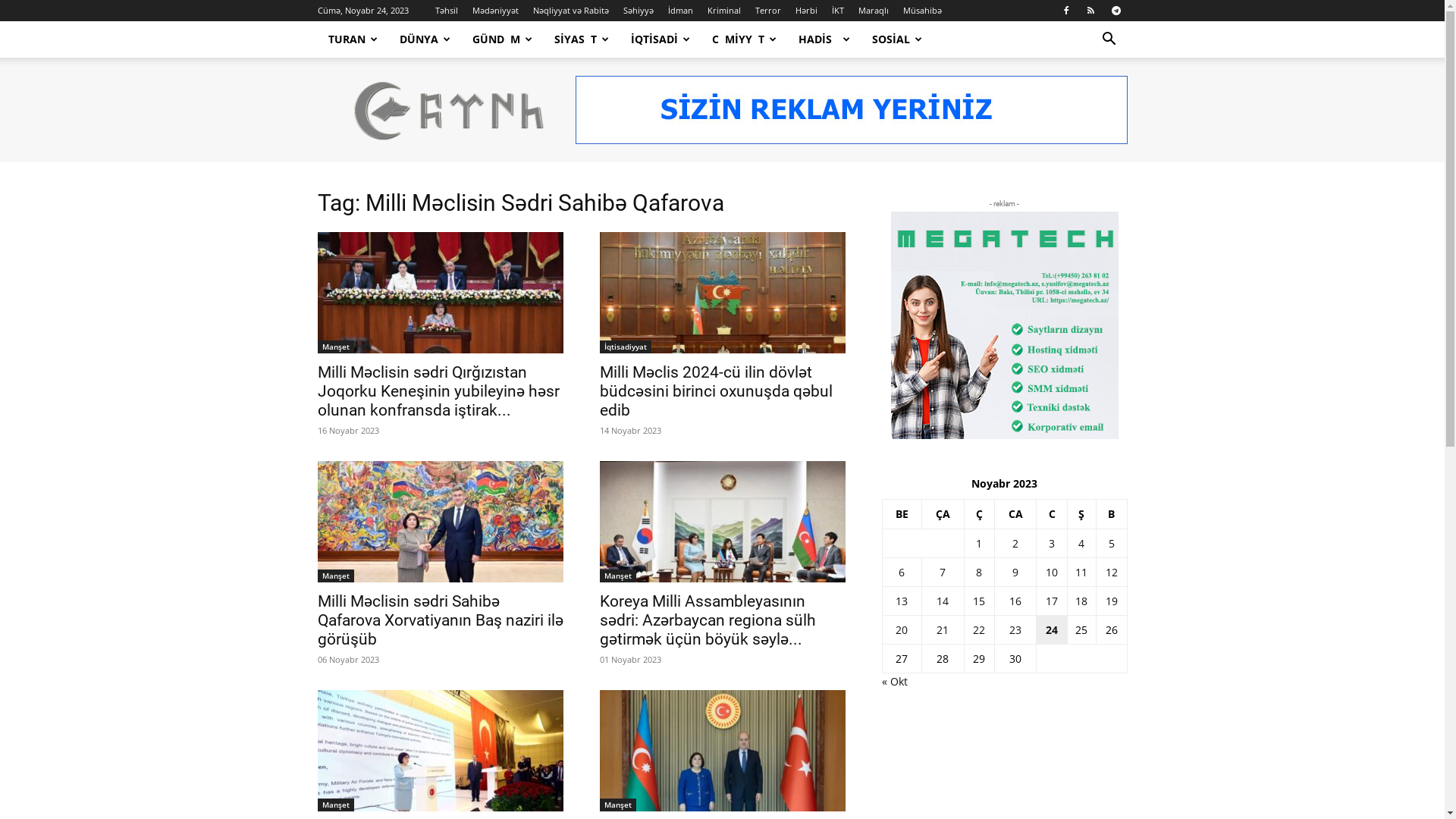  I want to click on 'Facebook', so click(1065, 11).